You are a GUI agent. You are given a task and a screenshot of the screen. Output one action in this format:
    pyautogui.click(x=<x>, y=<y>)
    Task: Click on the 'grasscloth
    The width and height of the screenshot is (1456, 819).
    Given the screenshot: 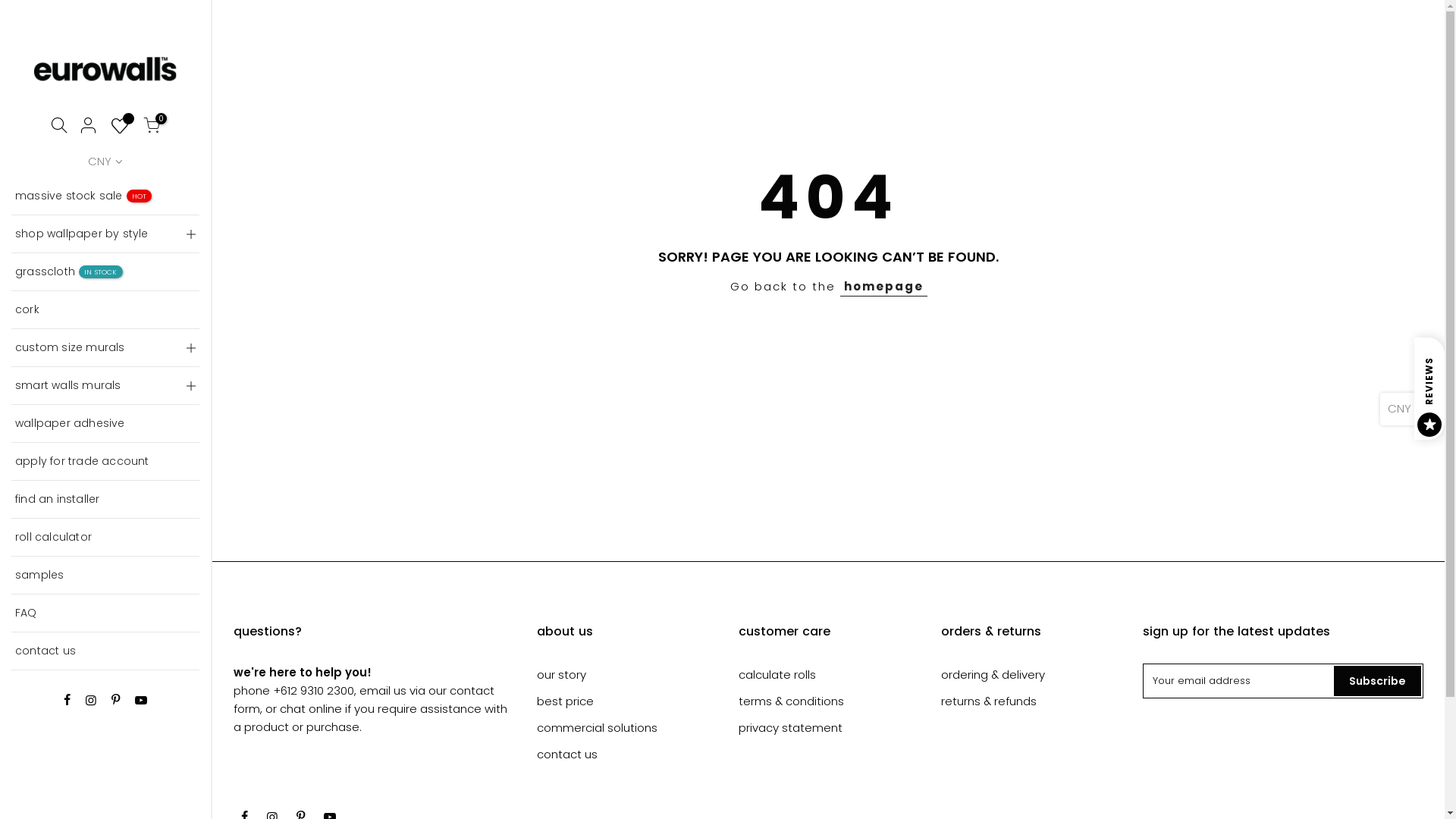 What is the action you would take?
    pyautogui.click(x=105, y=271)
    